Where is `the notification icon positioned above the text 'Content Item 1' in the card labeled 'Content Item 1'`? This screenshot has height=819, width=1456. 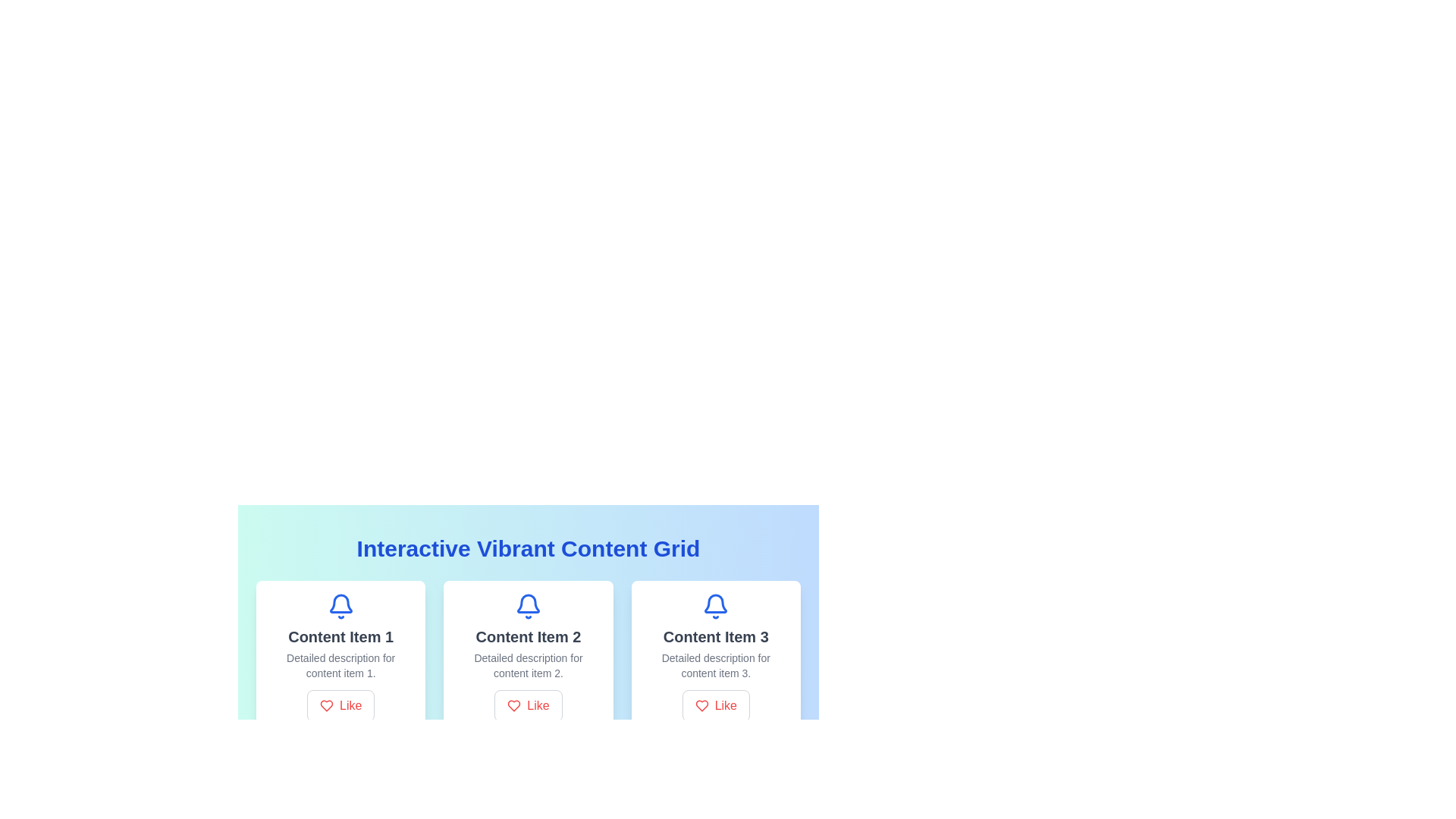
the notification icon positioned above the text 'Content Item 1' in the card labeled 'Content Item 1' is located at coordinates (340, 605).